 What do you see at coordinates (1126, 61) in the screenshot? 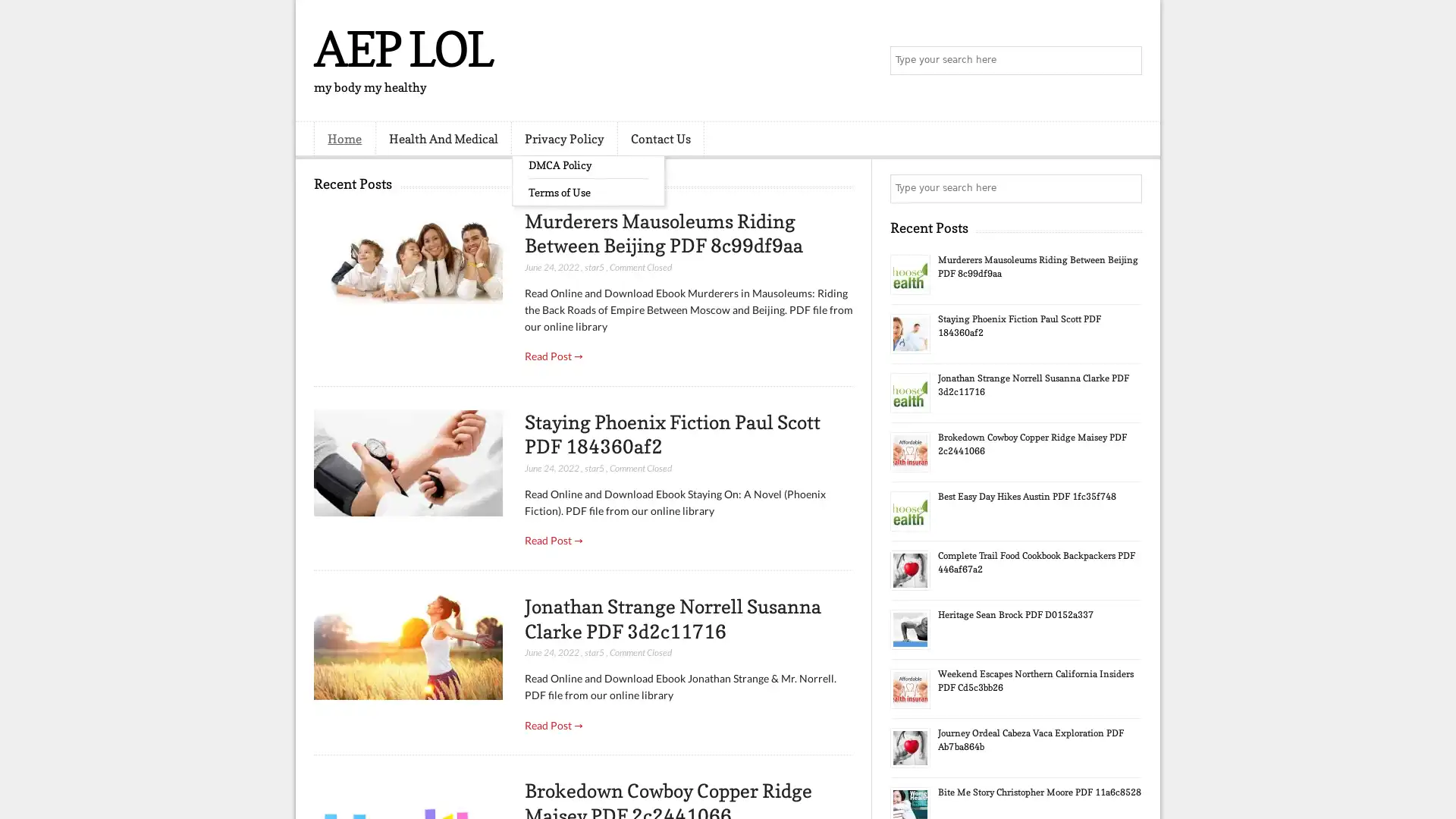
I see `Search` at bounding box center [1126, 61].